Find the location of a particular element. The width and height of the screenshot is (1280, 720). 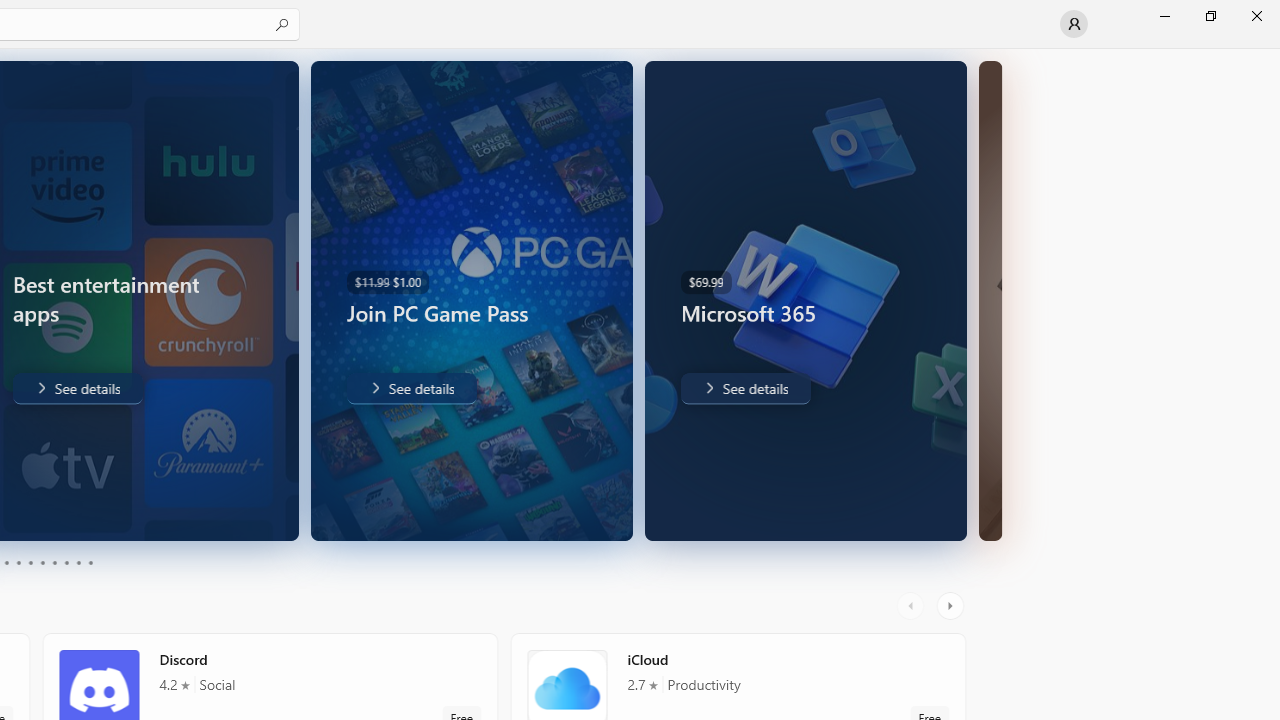

'Page 8' is located at coordinates (65, 563).